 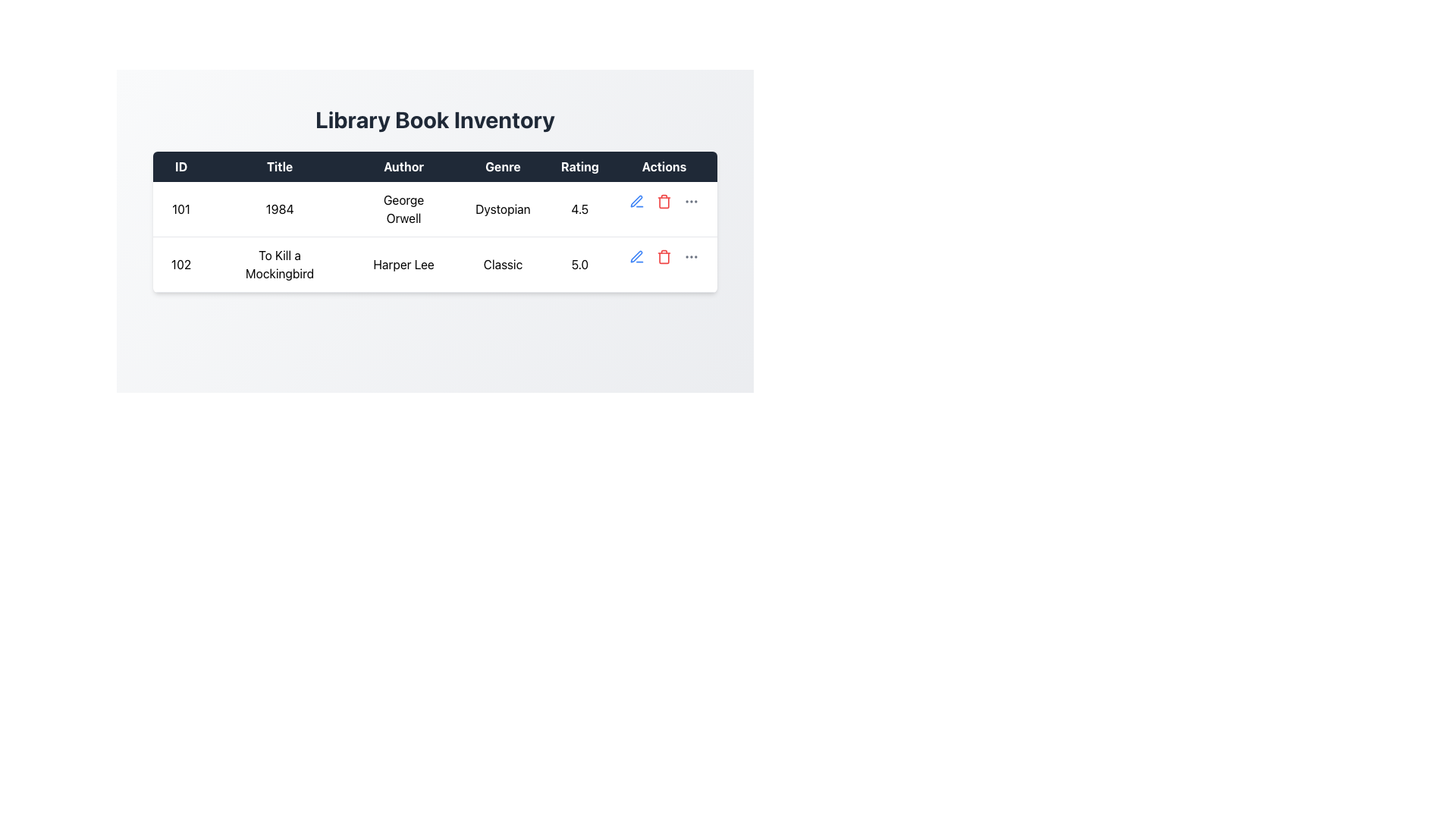 I want to click on the static text label displaying '5.0' in the 'Rating' column of the 'Library Book Inventory' table, which represents the rating value for 'To Kill a Mockingbird', so click(x=579, y=263).